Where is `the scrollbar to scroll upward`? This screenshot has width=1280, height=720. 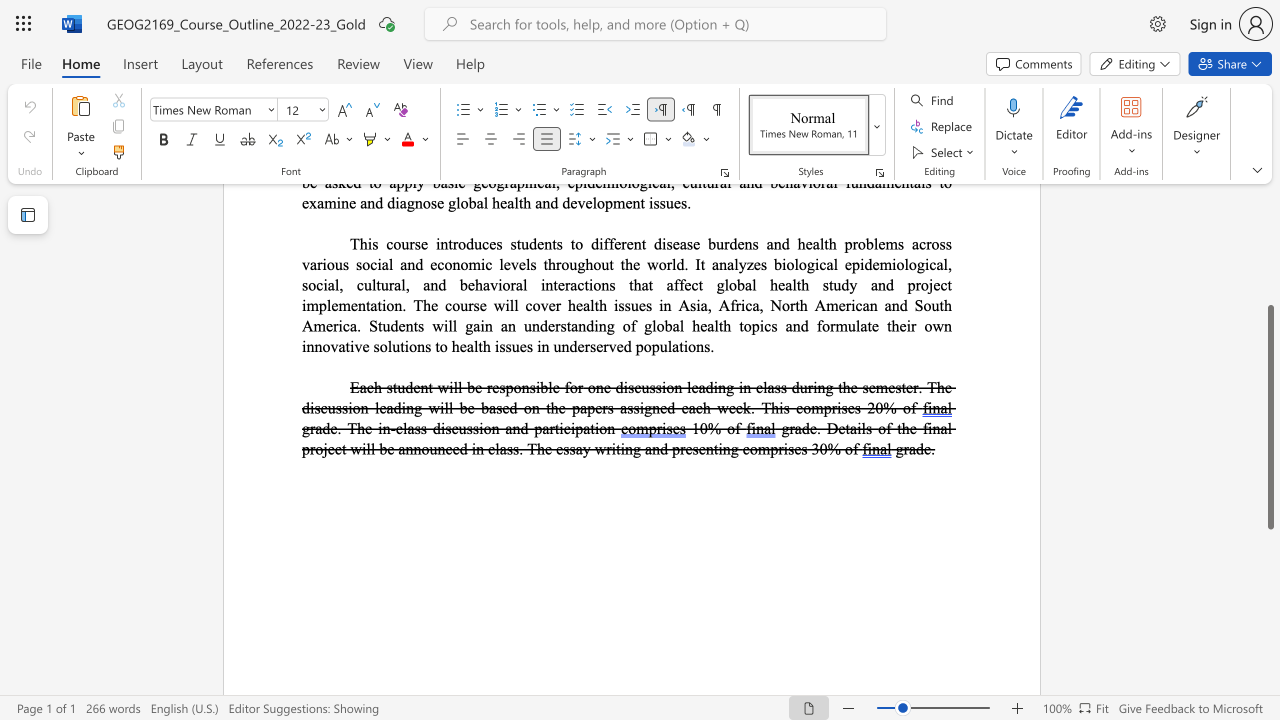
the scrollbar to scroll upward is located at coordinates (1269, 270).